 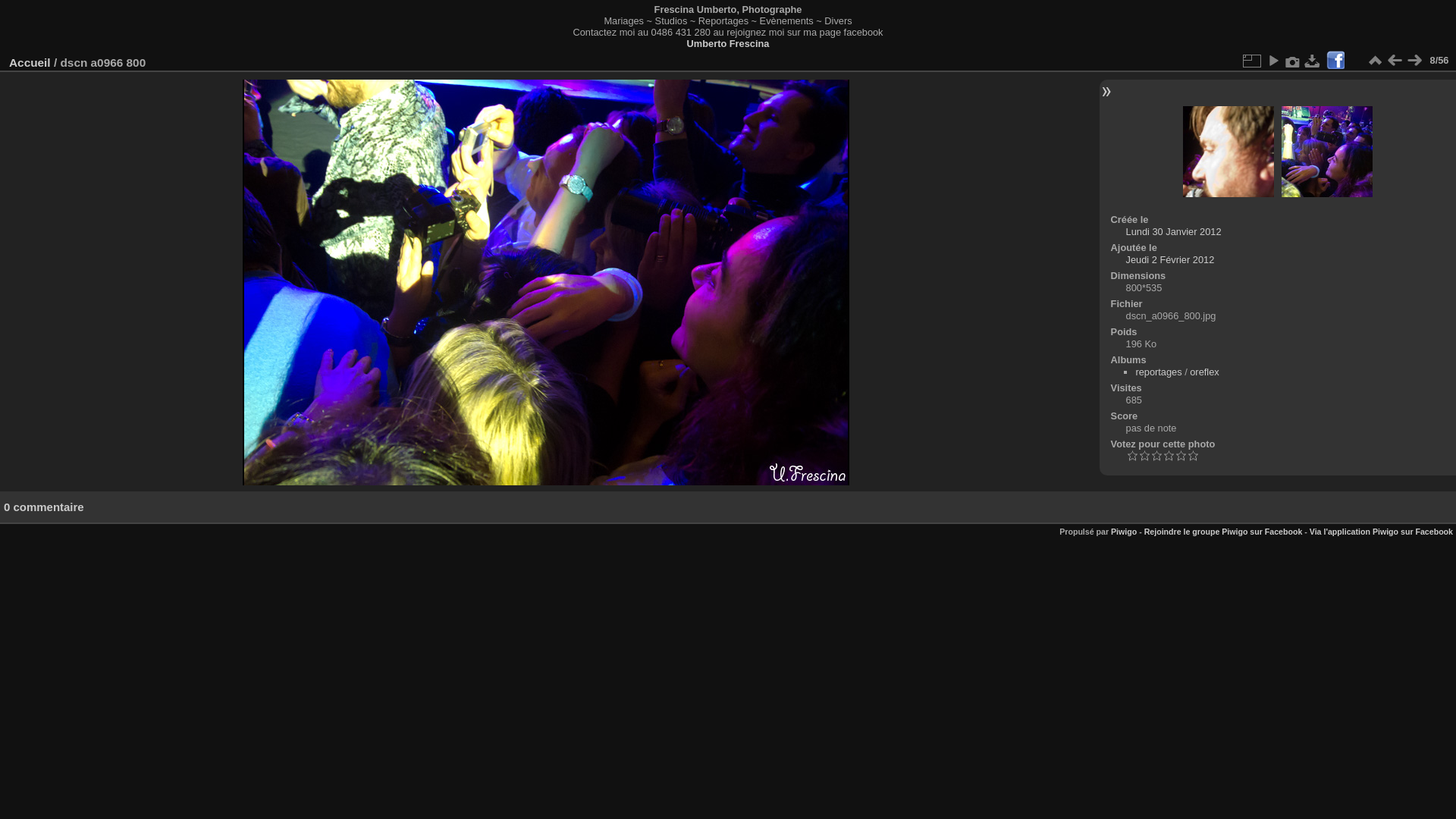 What do you see at coordinates (1335, 60) in the screenshot?
I see `'Partager sur Facebook'` at bounding box center [1335, 60].